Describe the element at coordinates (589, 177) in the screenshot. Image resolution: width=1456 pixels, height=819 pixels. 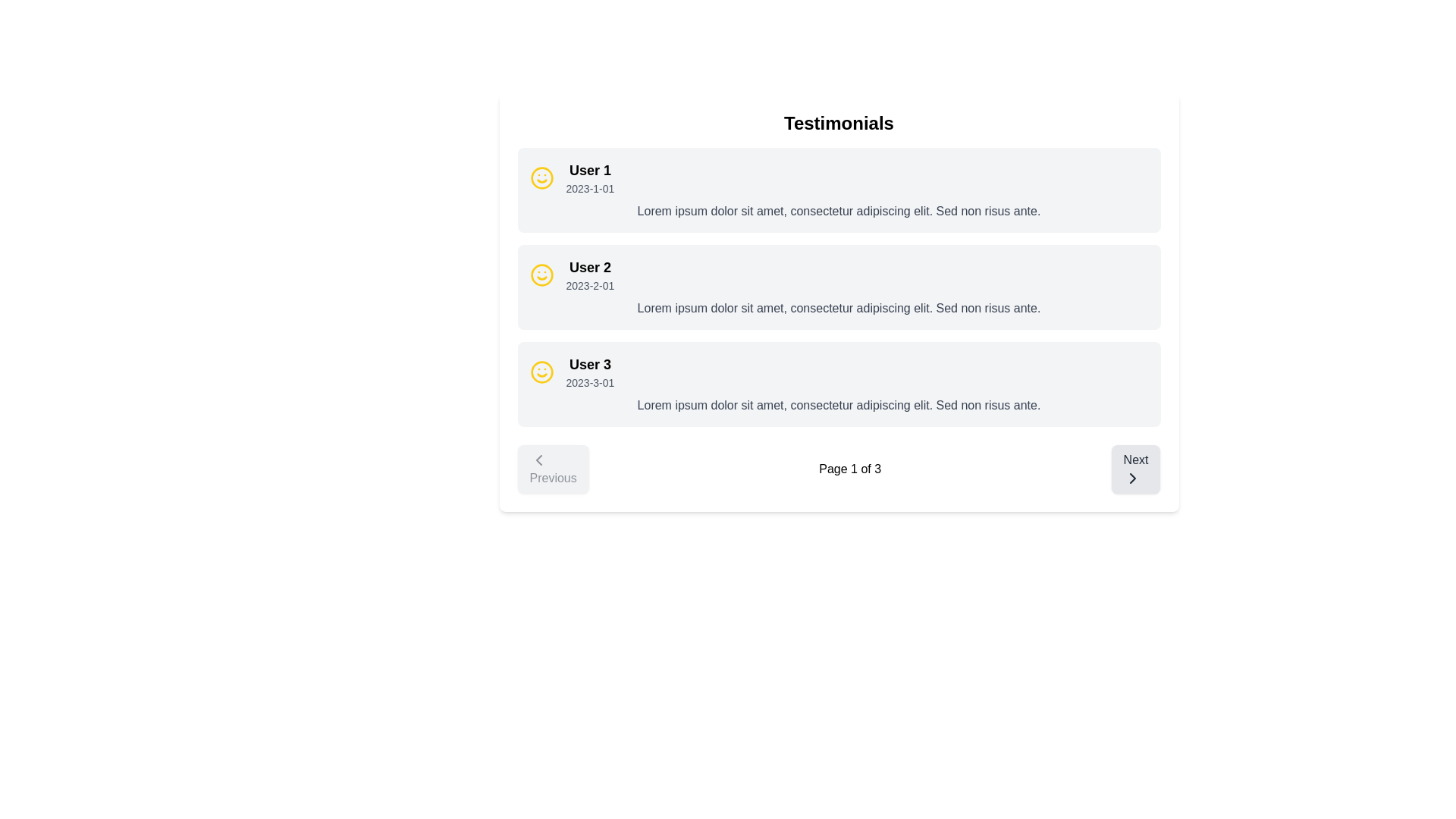
I see `information presented in the text label located beneath the yellow smiley face icon in the first testimonial card` at that location.